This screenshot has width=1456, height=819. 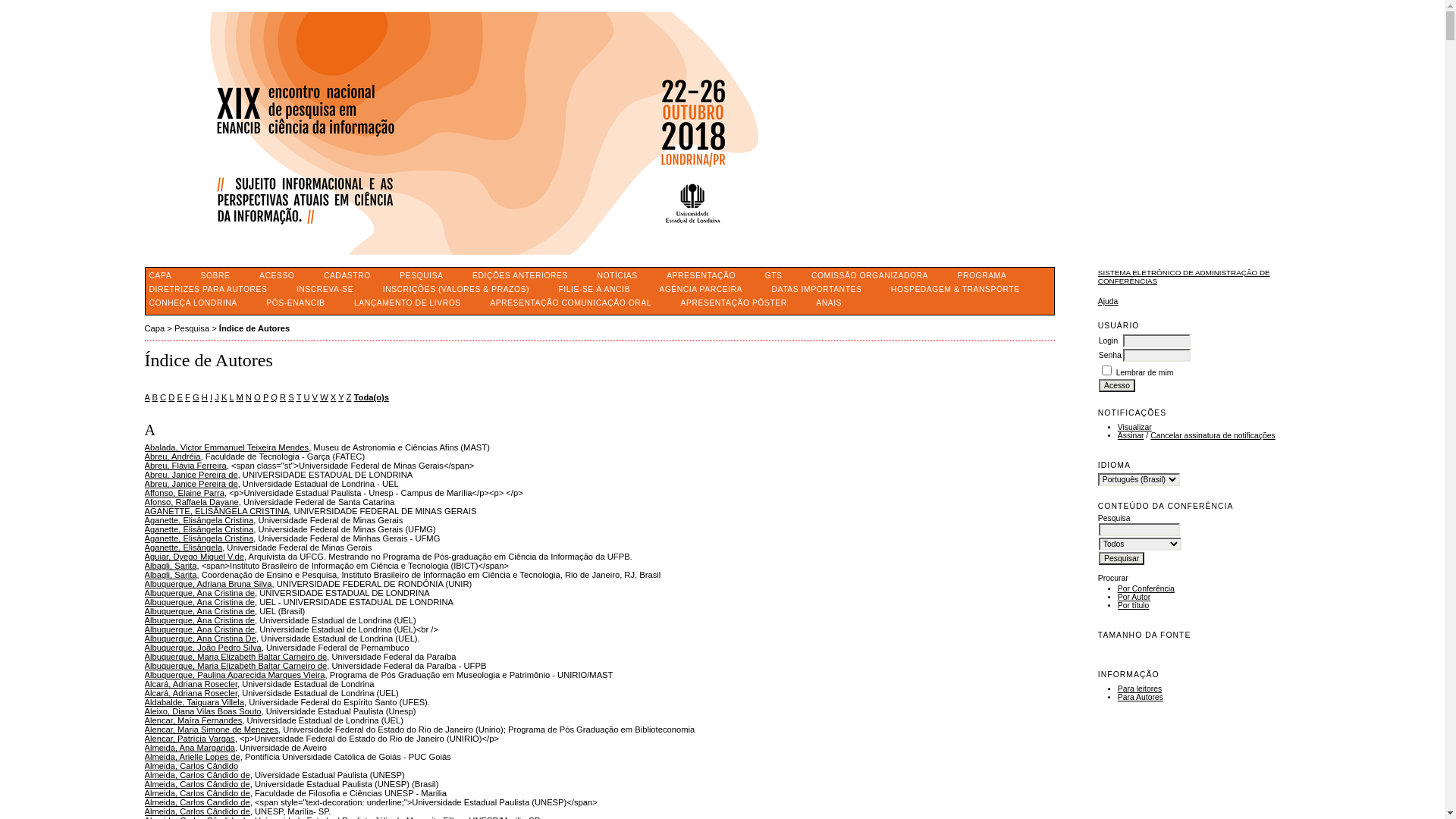 I want to click on 'Albuquerque, Maria Elizabeth Baltar Carneiro de', so click(x=234, y=656).